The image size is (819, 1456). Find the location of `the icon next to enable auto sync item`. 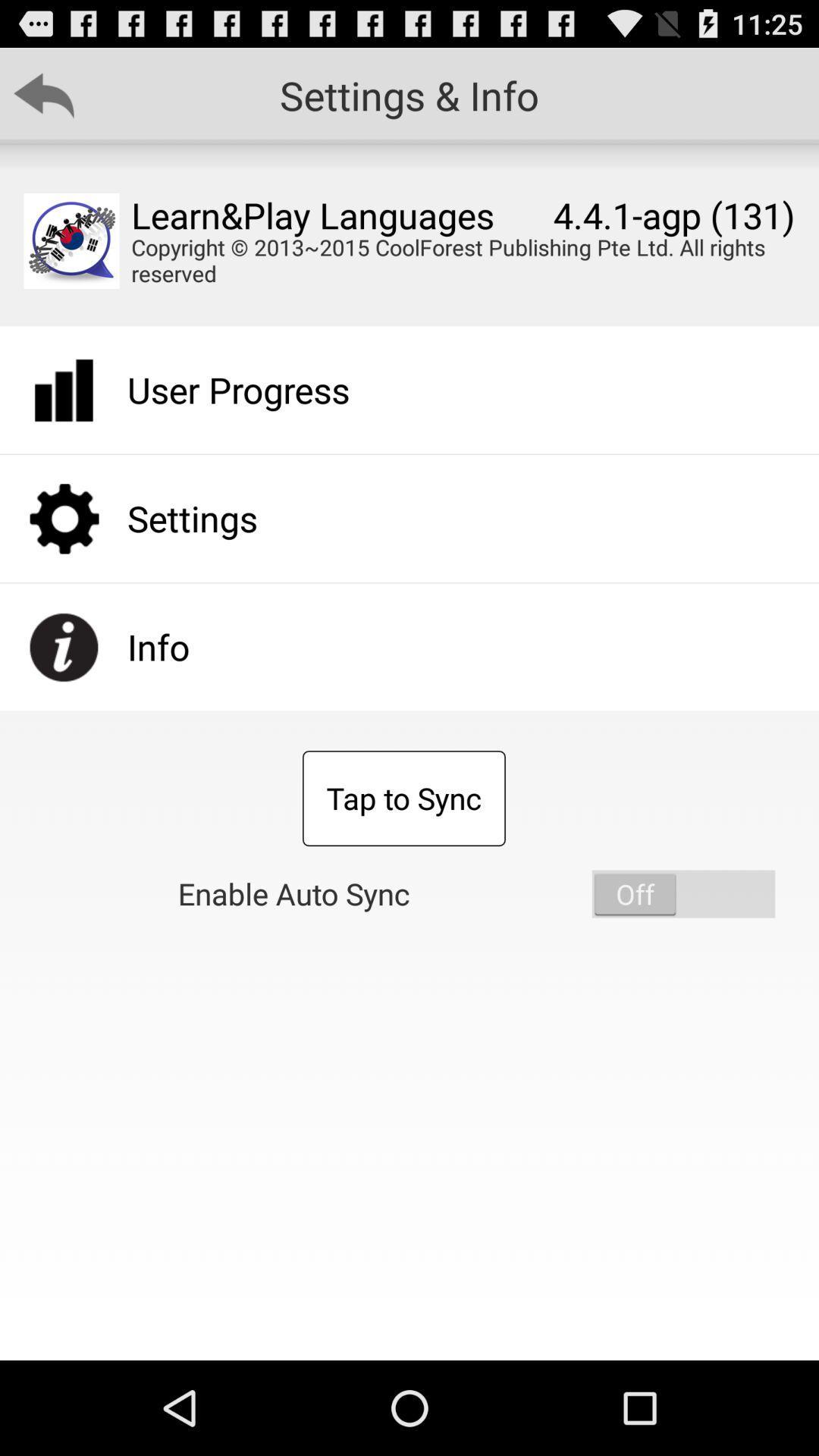

the icon next to enable auto sync item is located at coordinates (683, 894).